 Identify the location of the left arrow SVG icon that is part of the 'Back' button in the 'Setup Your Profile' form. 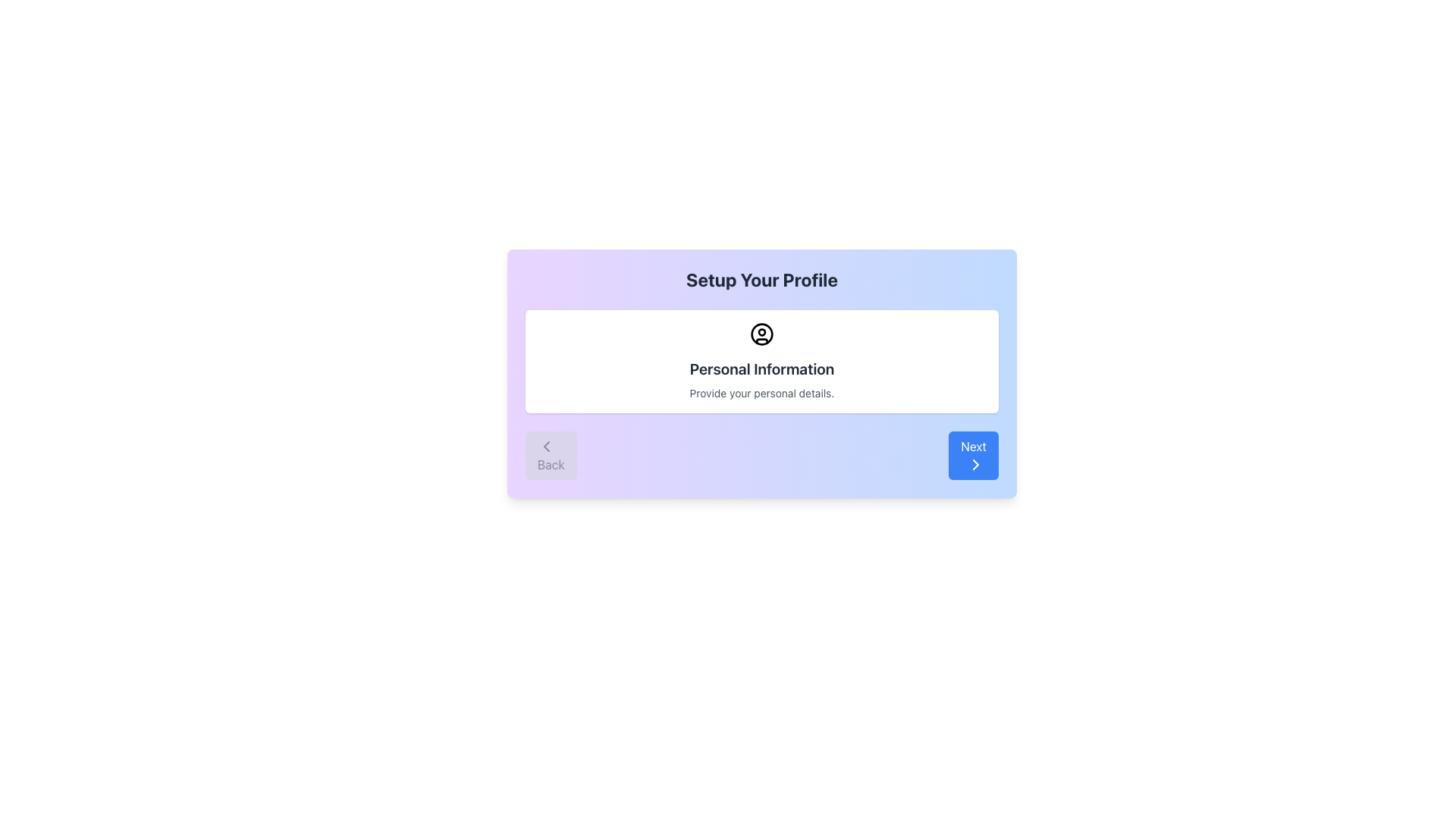
(546, 446).